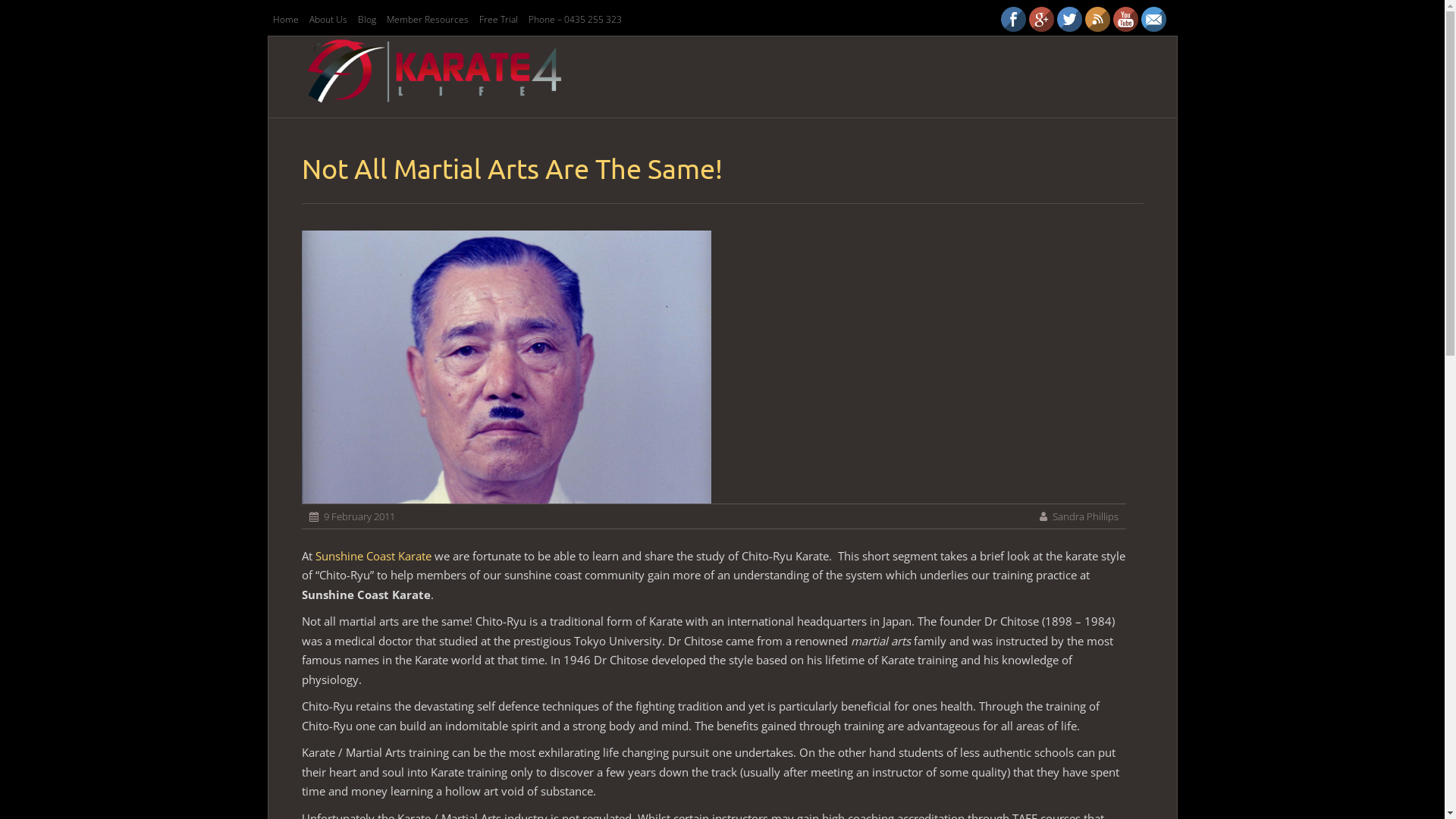 The height and width of the screenshot is (819, 1456). What do you see at coordinates (1097, 19) in the screenshot?
I see `'Subscribe to RSS Feeds'` at bounding box center [1097, 19].